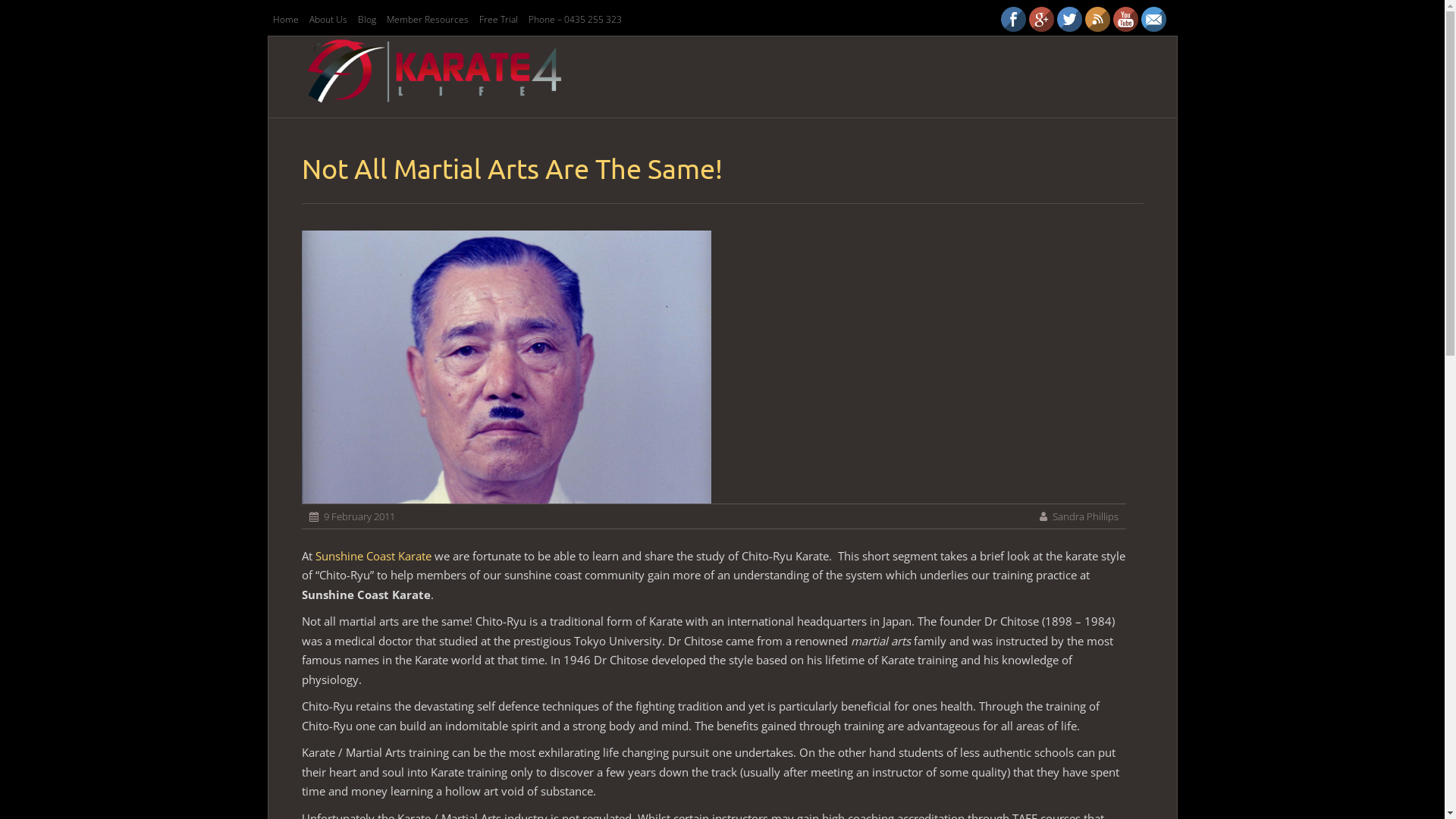 The height and width of the screenshot is (819, 1456). What do you see at coordinates (1097, 19) in the screenshot?
I see `'Subscribe to RSS Feeds'` at bounding box center [1097, 19].